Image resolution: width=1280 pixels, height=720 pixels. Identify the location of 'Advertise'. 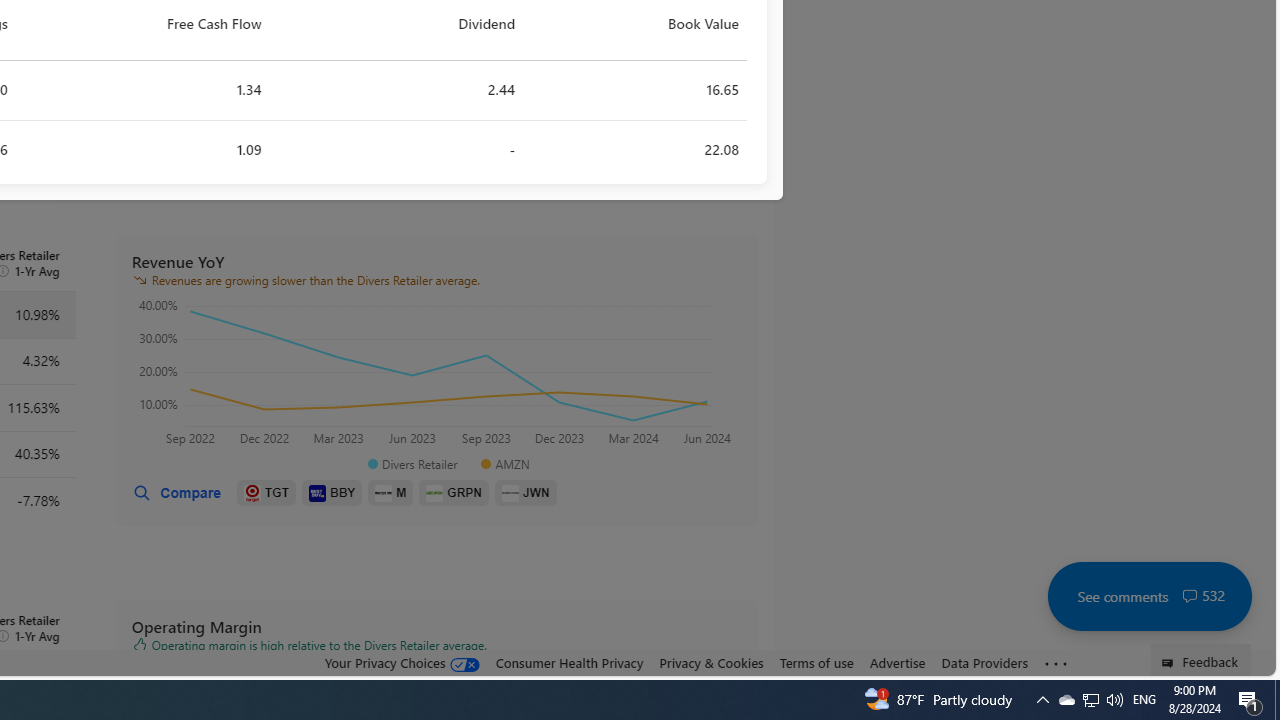
(896, 662).